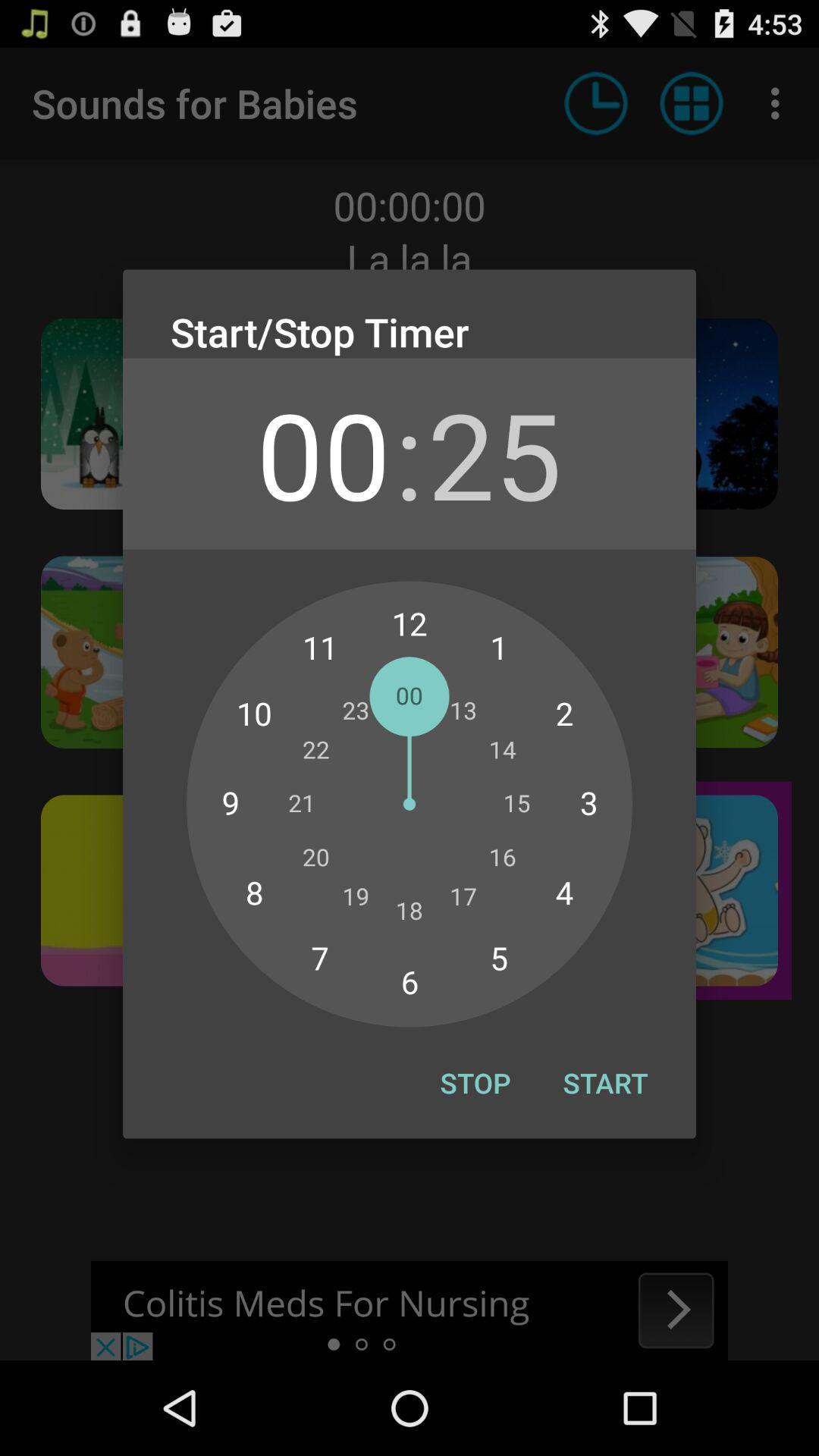 This screenshot has width=819, height=1456. What do you see at coordinates (494, 453) in the screenshot?
I see `the icon to the right of the : icon` at bounding box center [494, 453].